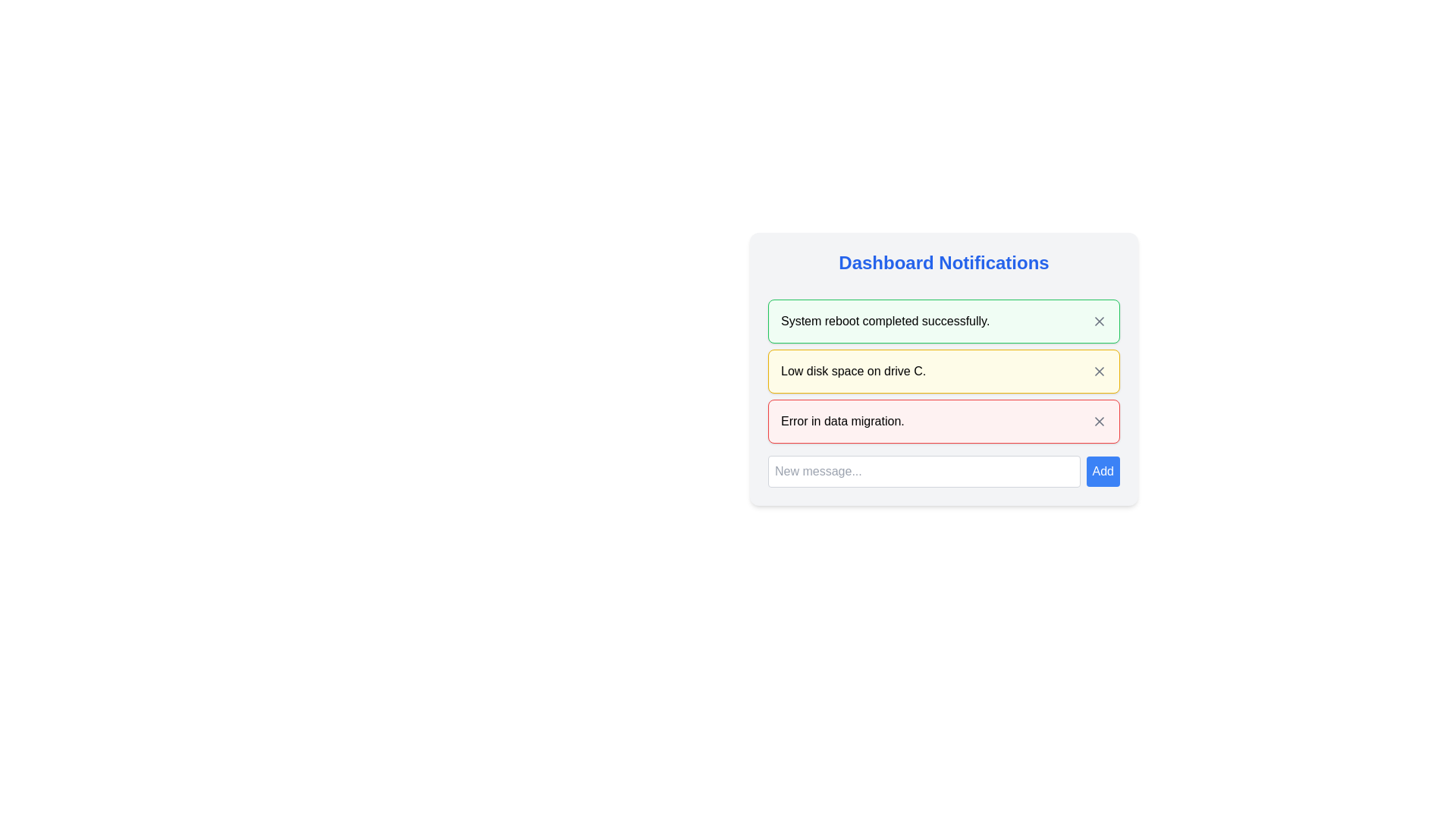 This screenshot has height=819, width=1456. I want to click on the close button icon, which is a small cross-shaped SVG located in the upper-right corner of the yellow notification card that says 'Low disk space on drive C.', so click(1099, 371).